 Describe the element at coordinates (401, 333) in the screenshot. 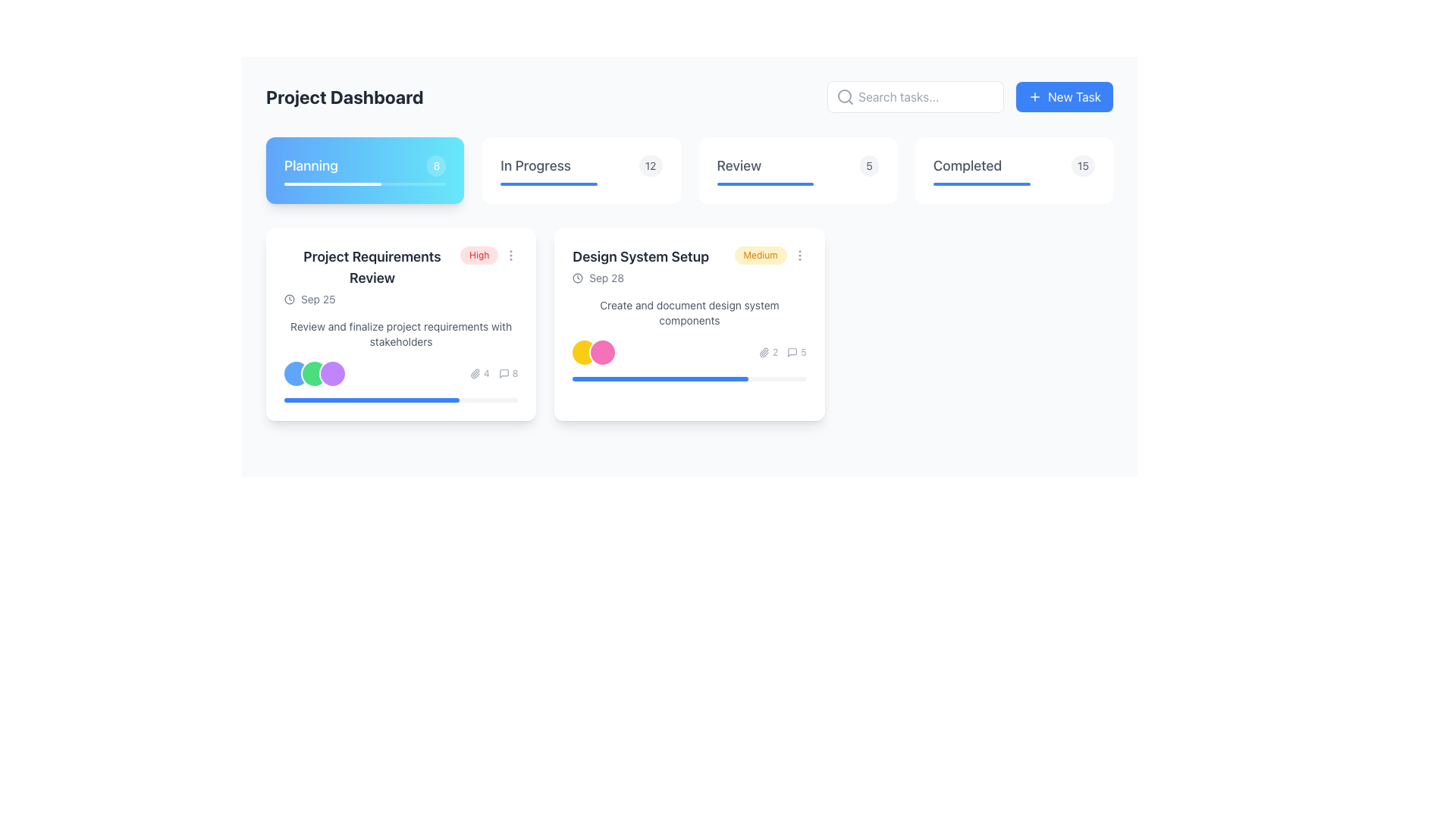

I see `the static text description element providing information about 'Project Requirements Review', which is located beneath the title and above the avatars and progress indicators section` at that location.